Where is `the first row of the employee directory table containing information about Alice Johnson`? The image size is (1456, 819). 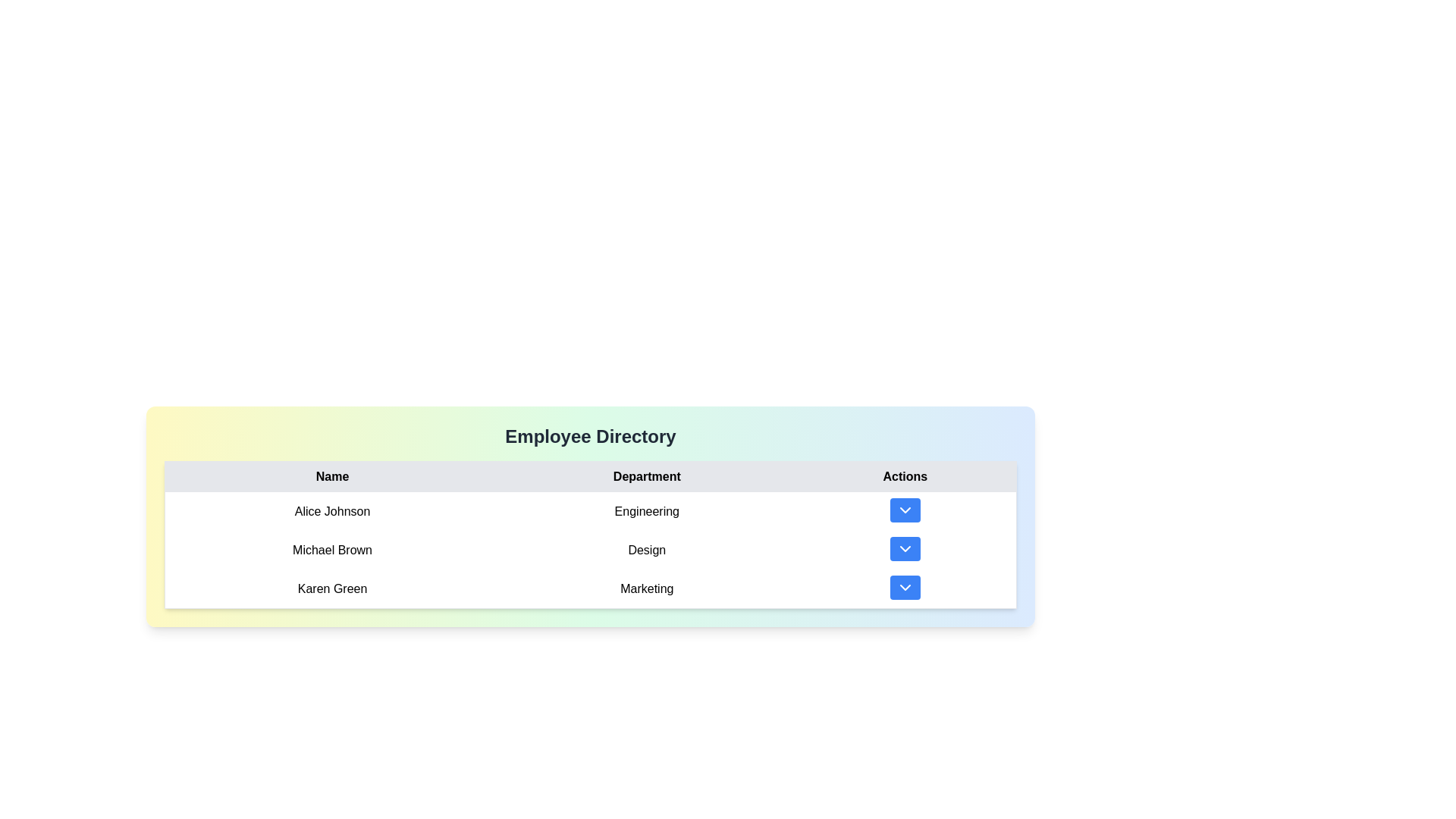
the first row of the employee directory table containing information about Alice Johnson is located at coordinates (589, 511).